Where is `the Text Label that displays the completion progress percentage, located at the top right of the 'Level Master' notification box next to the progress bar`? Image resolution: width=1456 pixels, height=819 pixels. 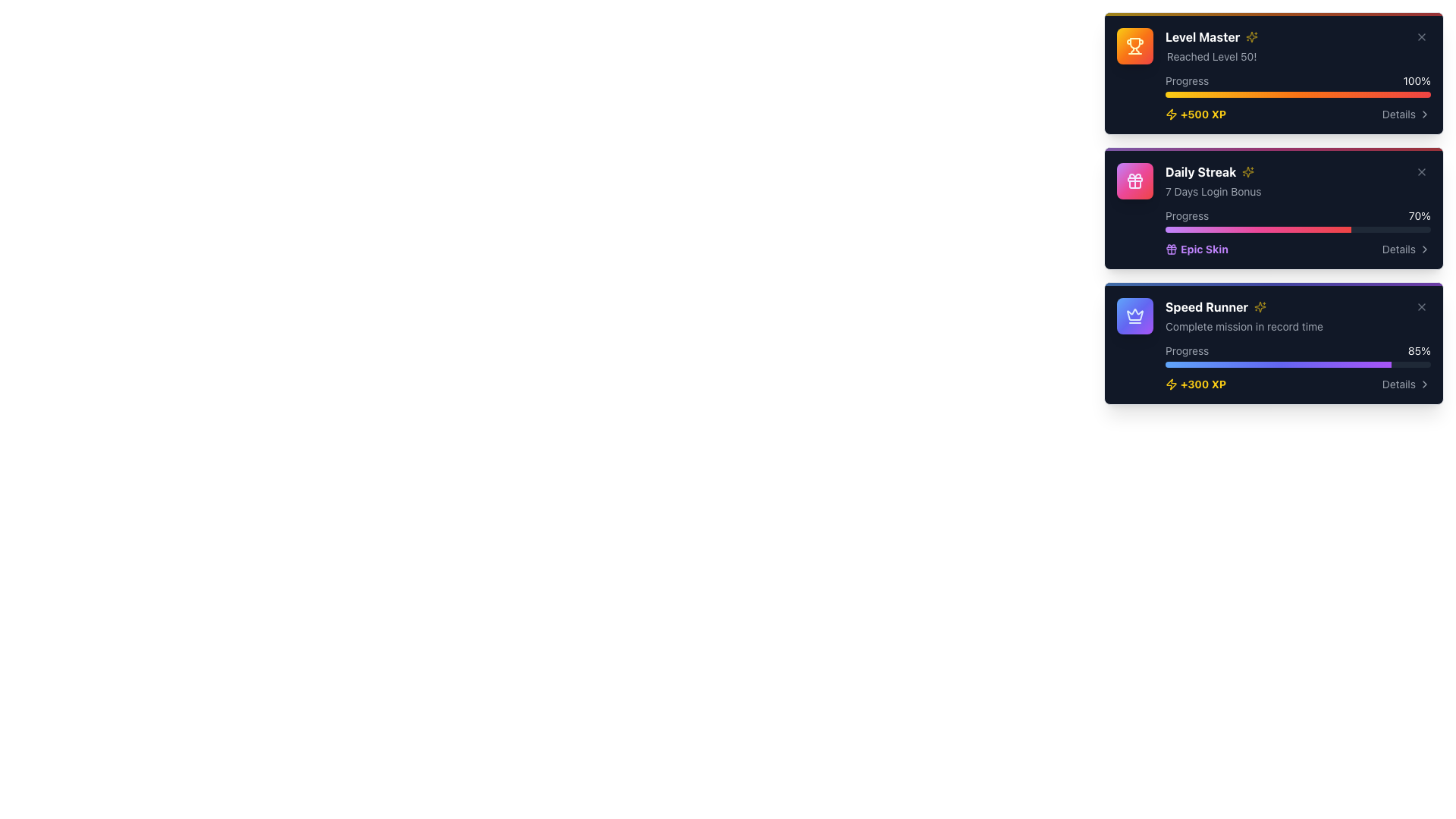 the Text Label that displays the completion progress percentage, located at the top right of the 'Level Master' notification box next to the progress bar is located at coordinates (1416, 81).